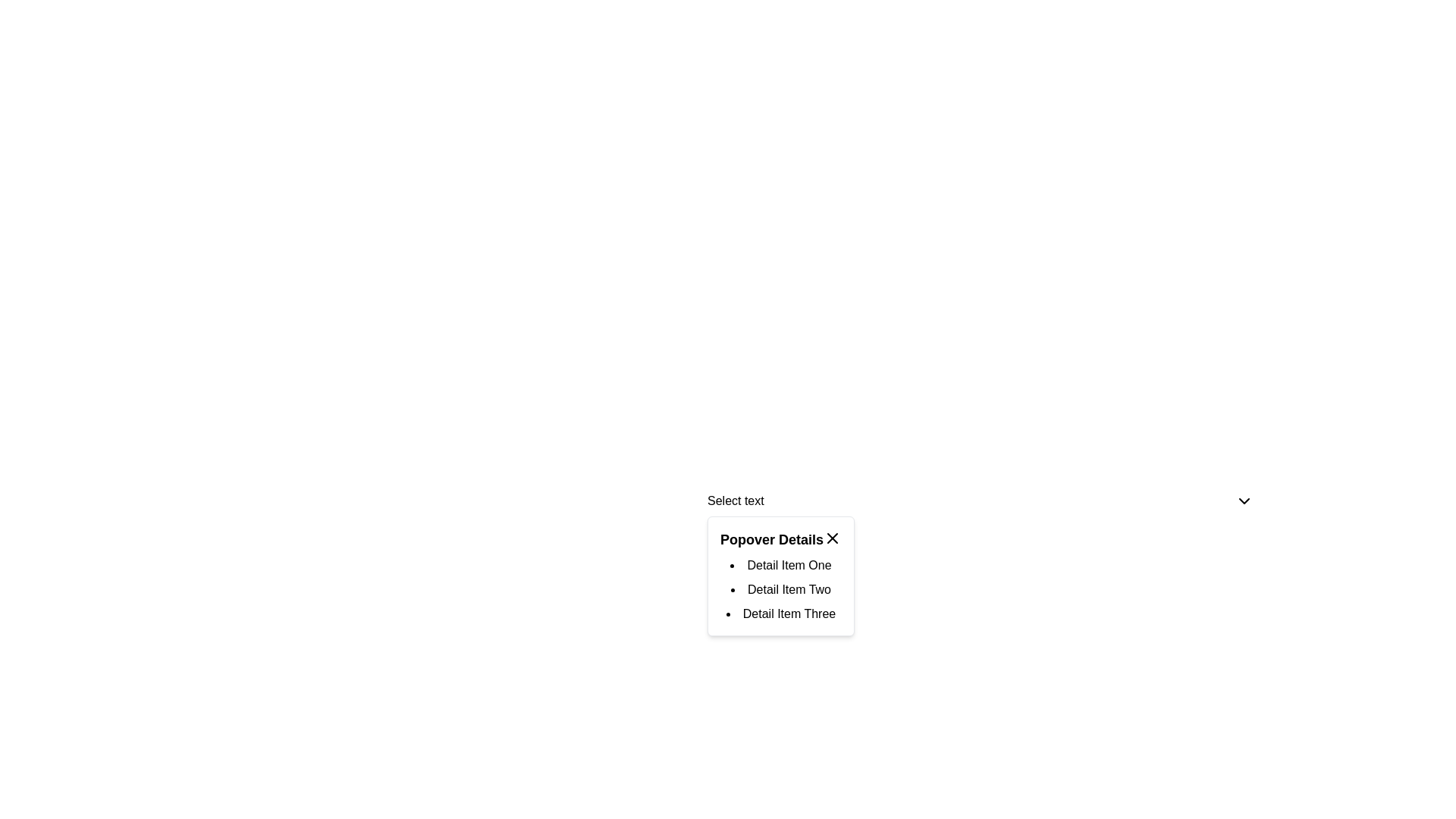 The height and width of the screenshot is (819, 1456). What do you see at coordinates (832, 537) in the screenshot?
I see `the 'X' icon located in the upper-right corner of the popover` at bounding box center [832, 537].